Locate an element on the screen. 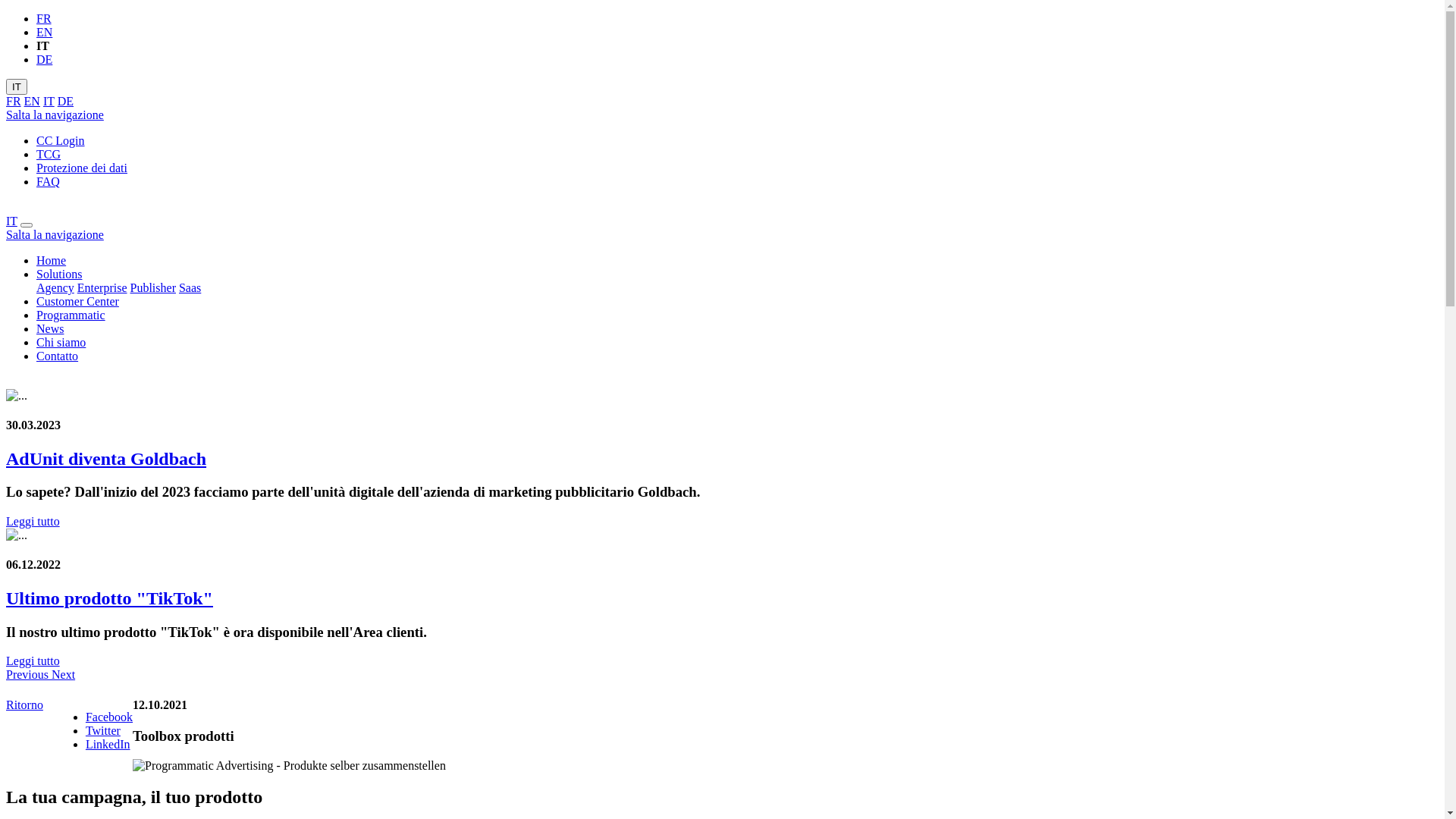  'LinkedIn' is located at coordinates (107, 743).